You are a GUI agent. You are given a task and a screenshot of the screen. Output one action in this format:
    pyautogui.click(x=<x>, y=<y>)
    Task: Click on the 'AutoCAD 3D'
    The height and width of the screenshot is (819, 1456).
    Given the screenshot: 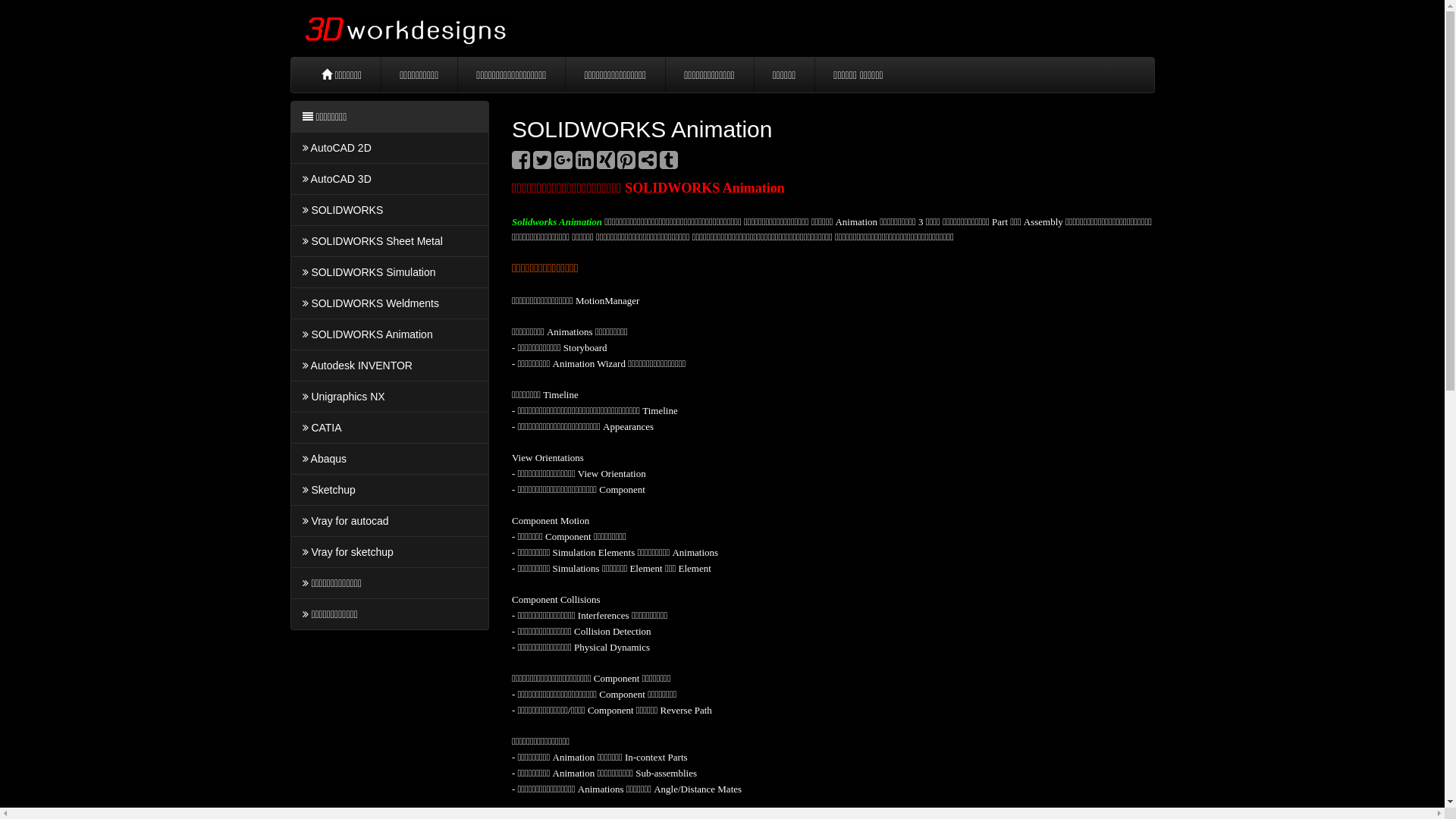 What is the action you would take?
    pyautogui.click(x=389, y=177)
    